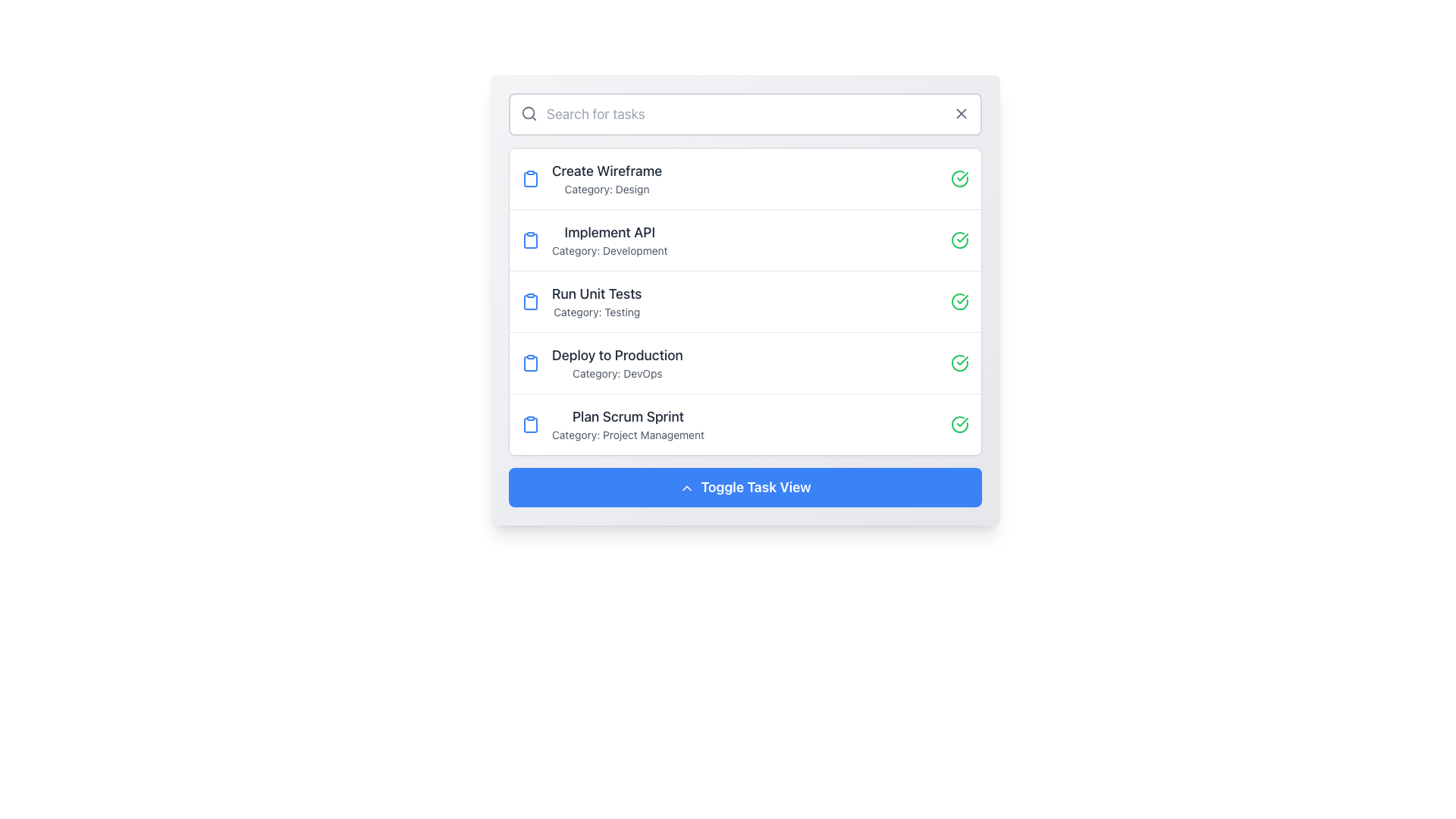 This screenshot has width=1456, height=819. Describe the element at coordinates (628, 435) in the screenshot. I see `text label element displaying 'Category: Project Management', which is positioned below the title 'Plan Scrum Sprint' in the fifth task entry` at that location.